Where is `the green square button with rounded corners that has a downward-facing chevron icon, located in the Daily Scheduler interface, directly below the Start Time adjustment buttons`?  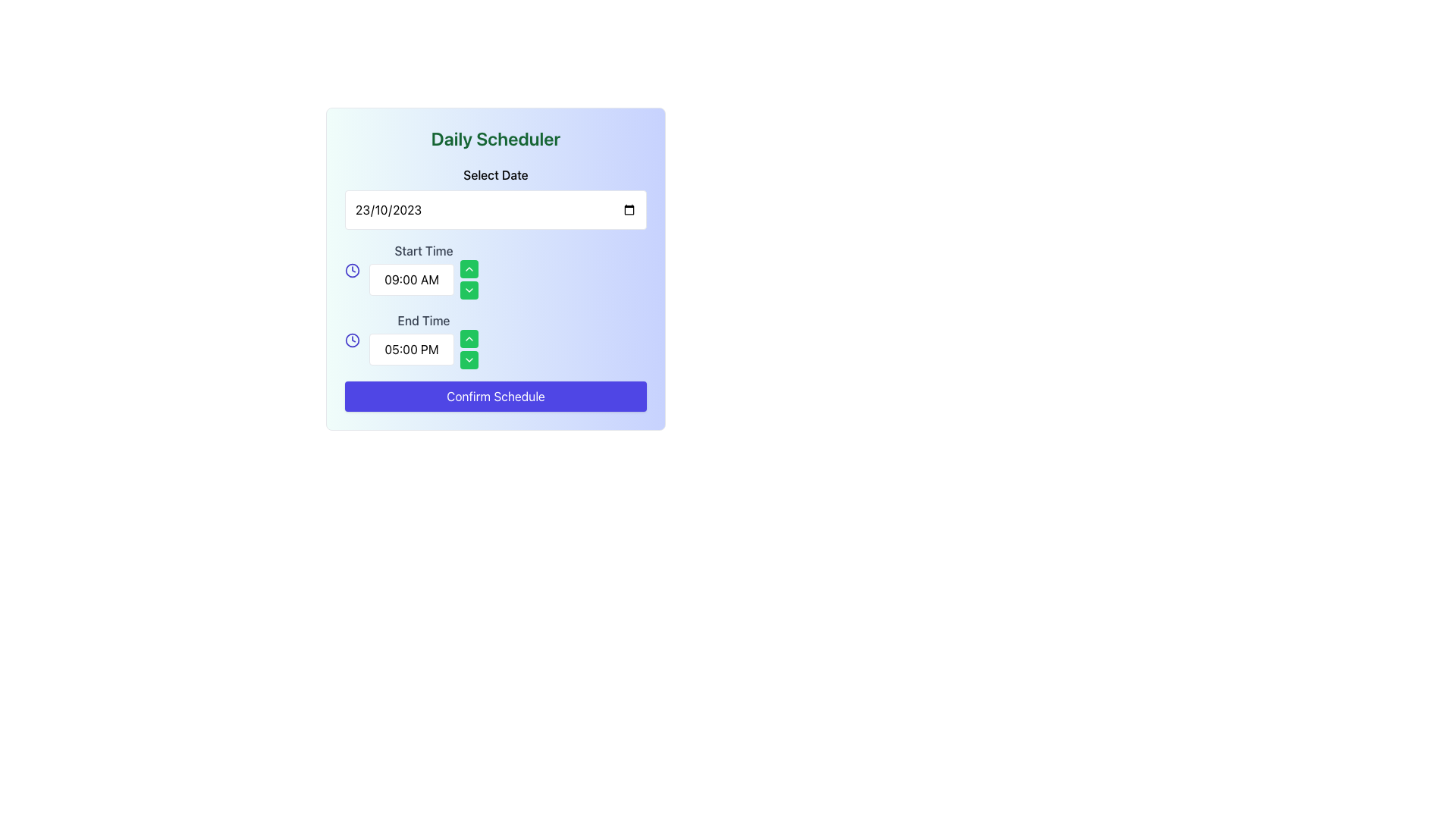
the green square button with rounded corners that has a downward-facing chevron icon, located in the Daily Scheduler interface, directly below the Start Time adjustment buttons is located at coordinates (469, 290).